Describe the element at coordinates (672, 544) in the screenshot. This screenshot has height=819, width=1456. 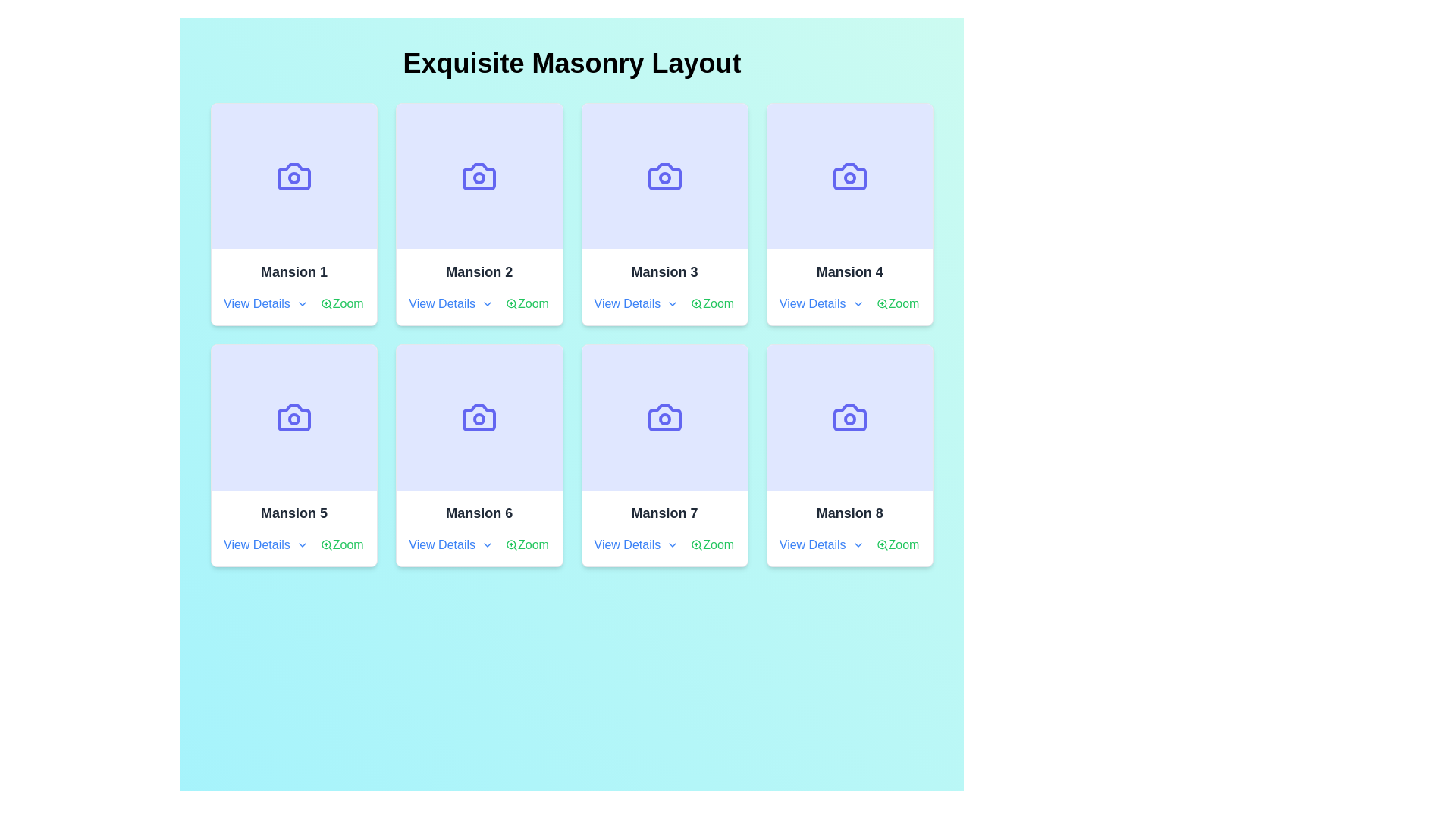
I see `the small downward-pointing chevron icon next to the 'View Details' text in the 'Mansion 7' card` at that location.